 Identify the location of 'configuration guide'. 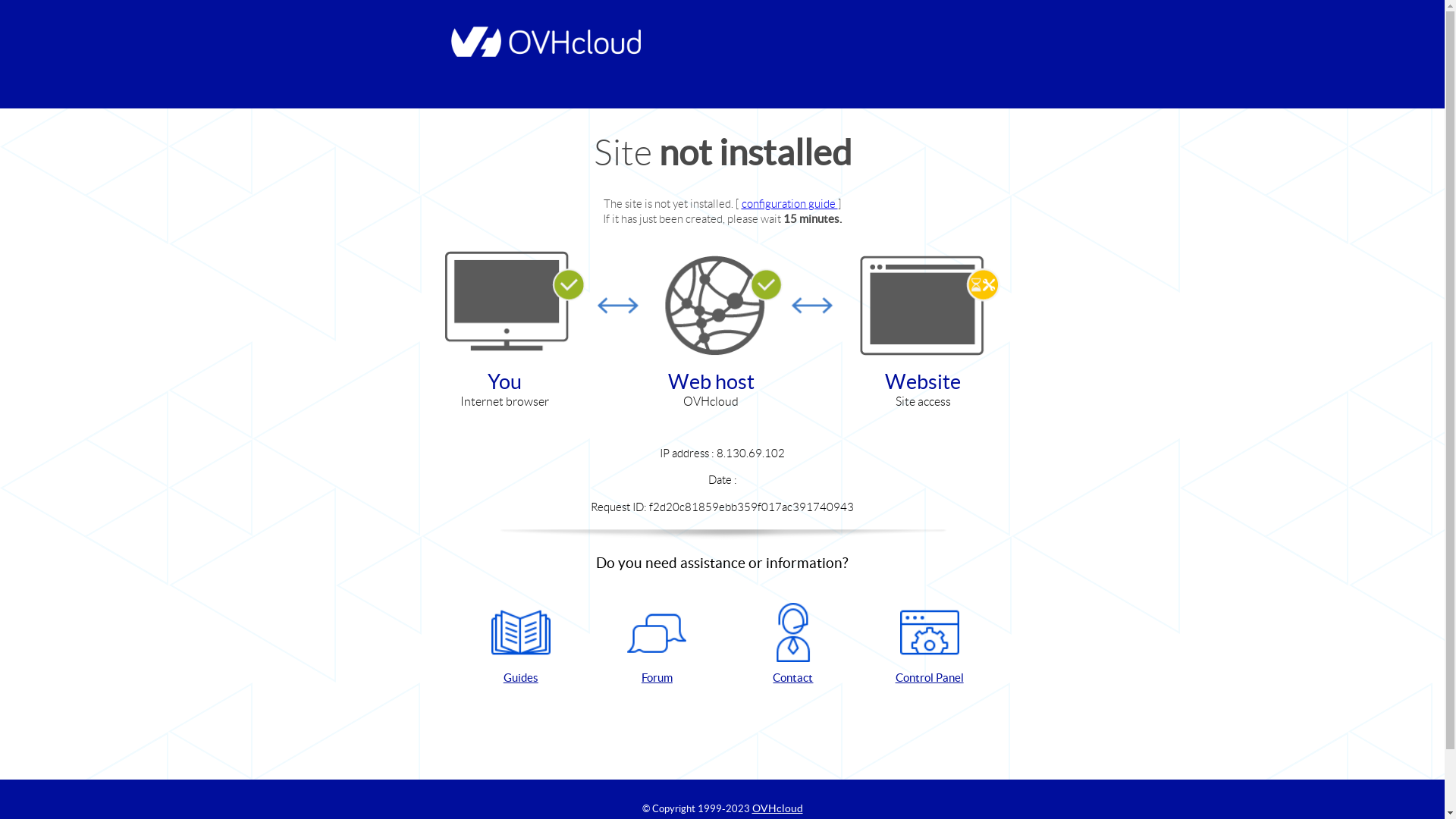
(789, 202).